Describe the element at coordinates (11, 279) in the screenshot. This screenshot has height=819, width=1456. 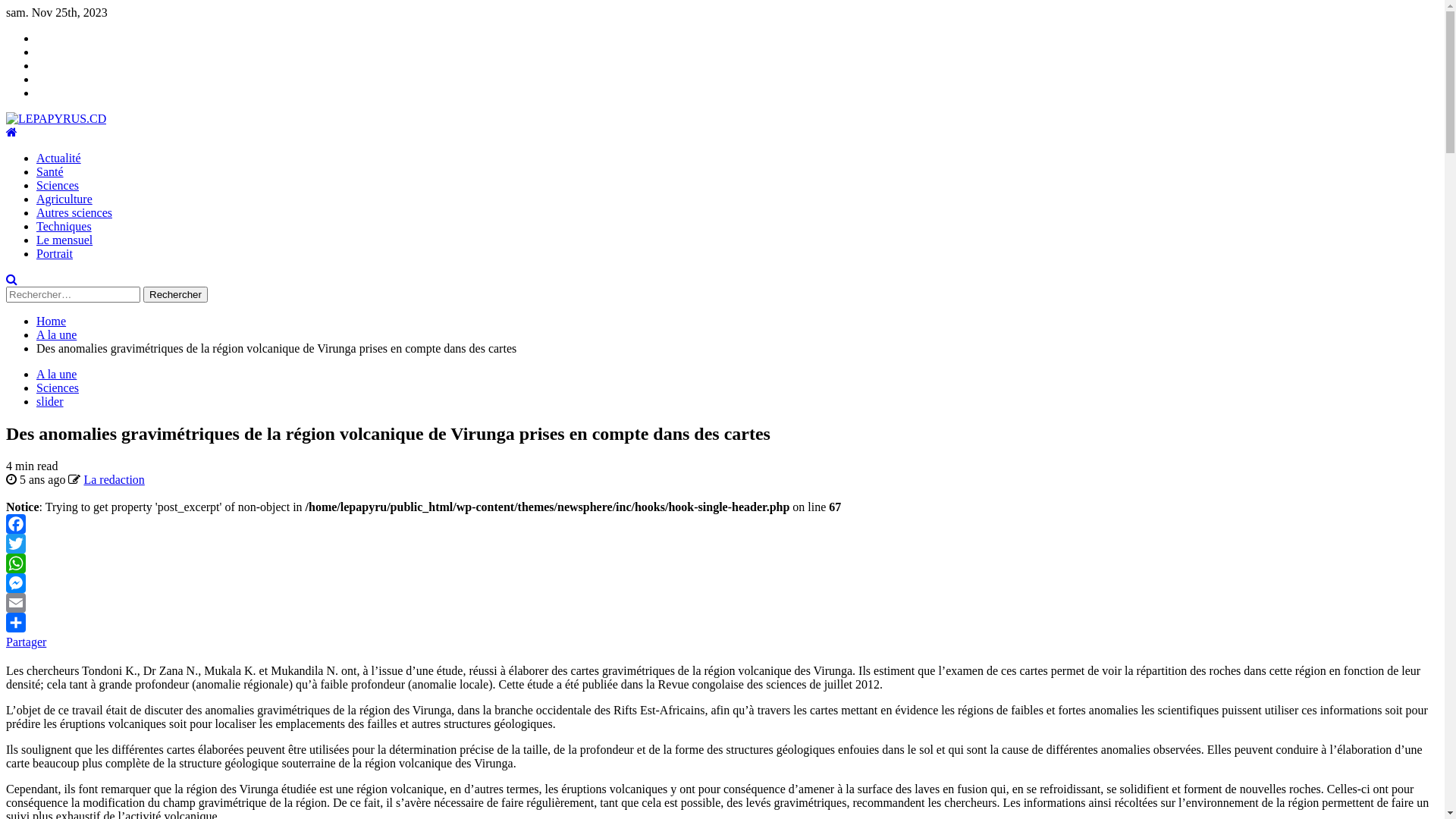
I see `'Search'` at that location.